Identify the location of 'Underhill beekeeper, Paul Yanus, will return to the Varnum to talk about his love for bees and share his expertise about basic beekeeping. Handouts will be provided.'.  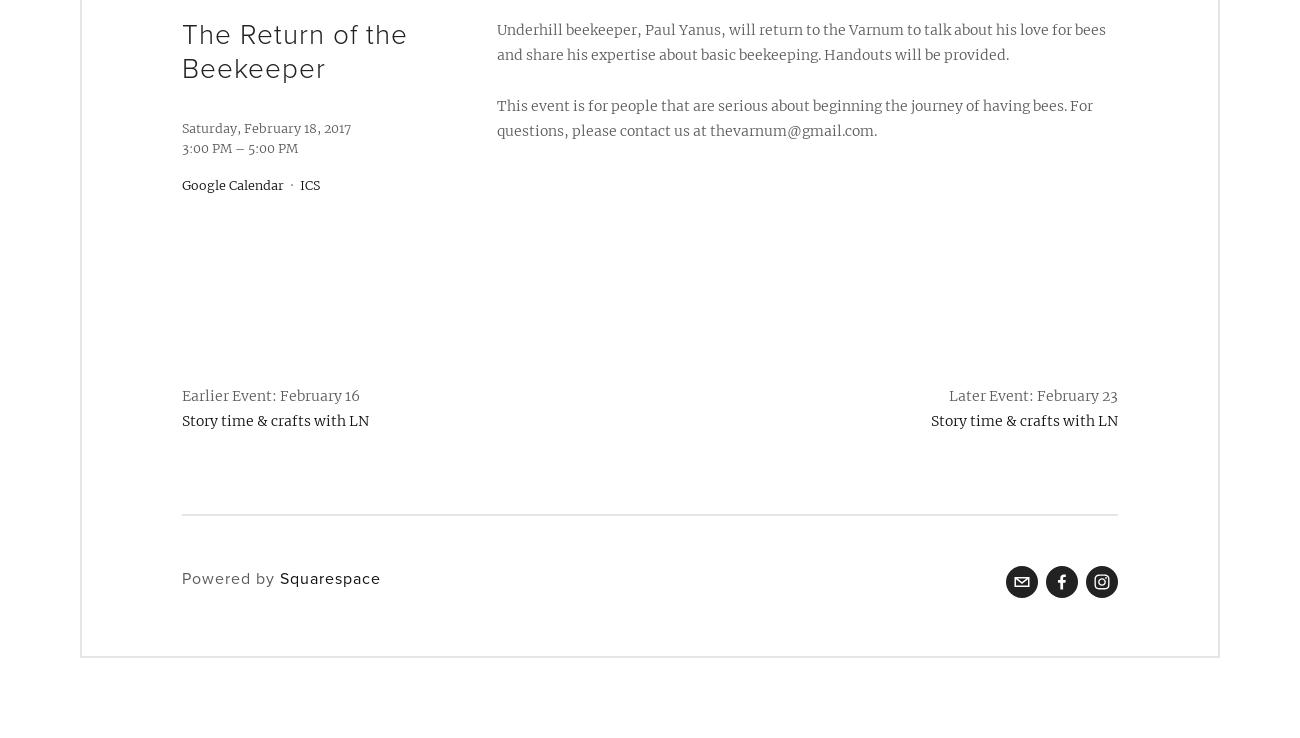
(799, 41).